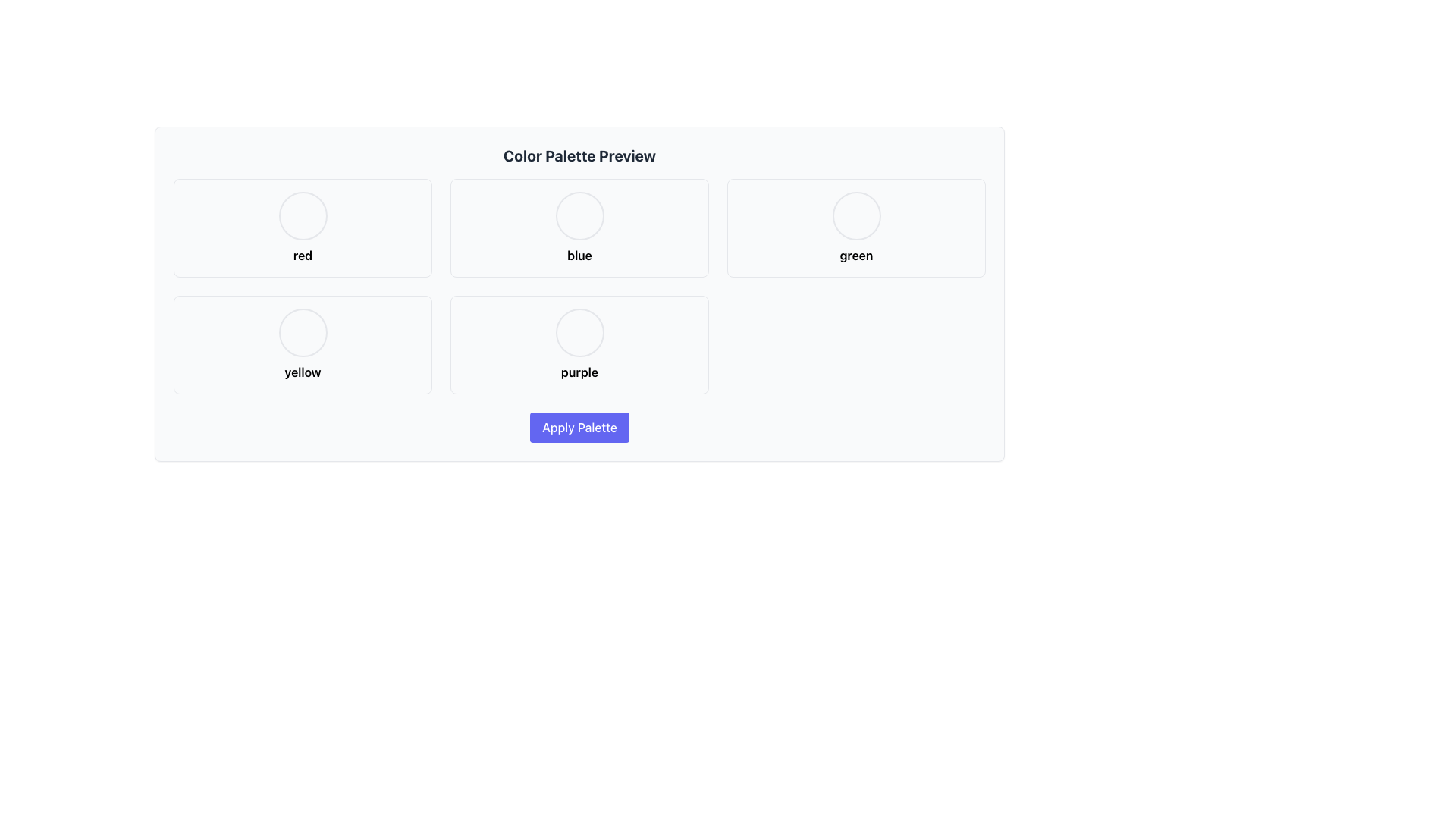  Describe the element at coordinates (579, 427) in the screenshot. I see `the button that triggers the action for applying the selected color palette located at the bottom center of the 'Color Palette Preview' section` at that location.